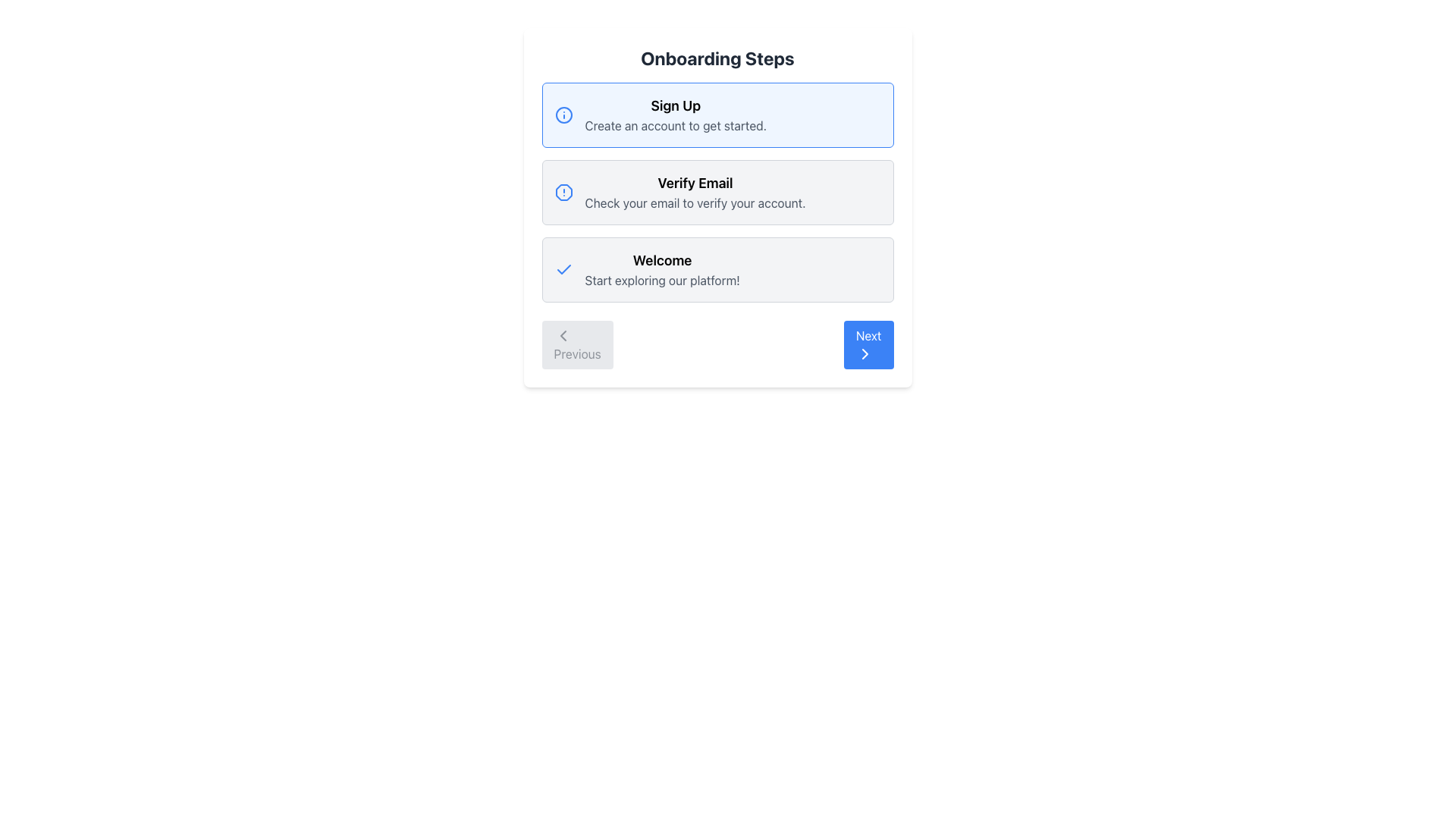 This screenshot has height=819, width=1456. I want to click on the left-facing chevron icon inside the 'Previous' button, so click(562, 335).